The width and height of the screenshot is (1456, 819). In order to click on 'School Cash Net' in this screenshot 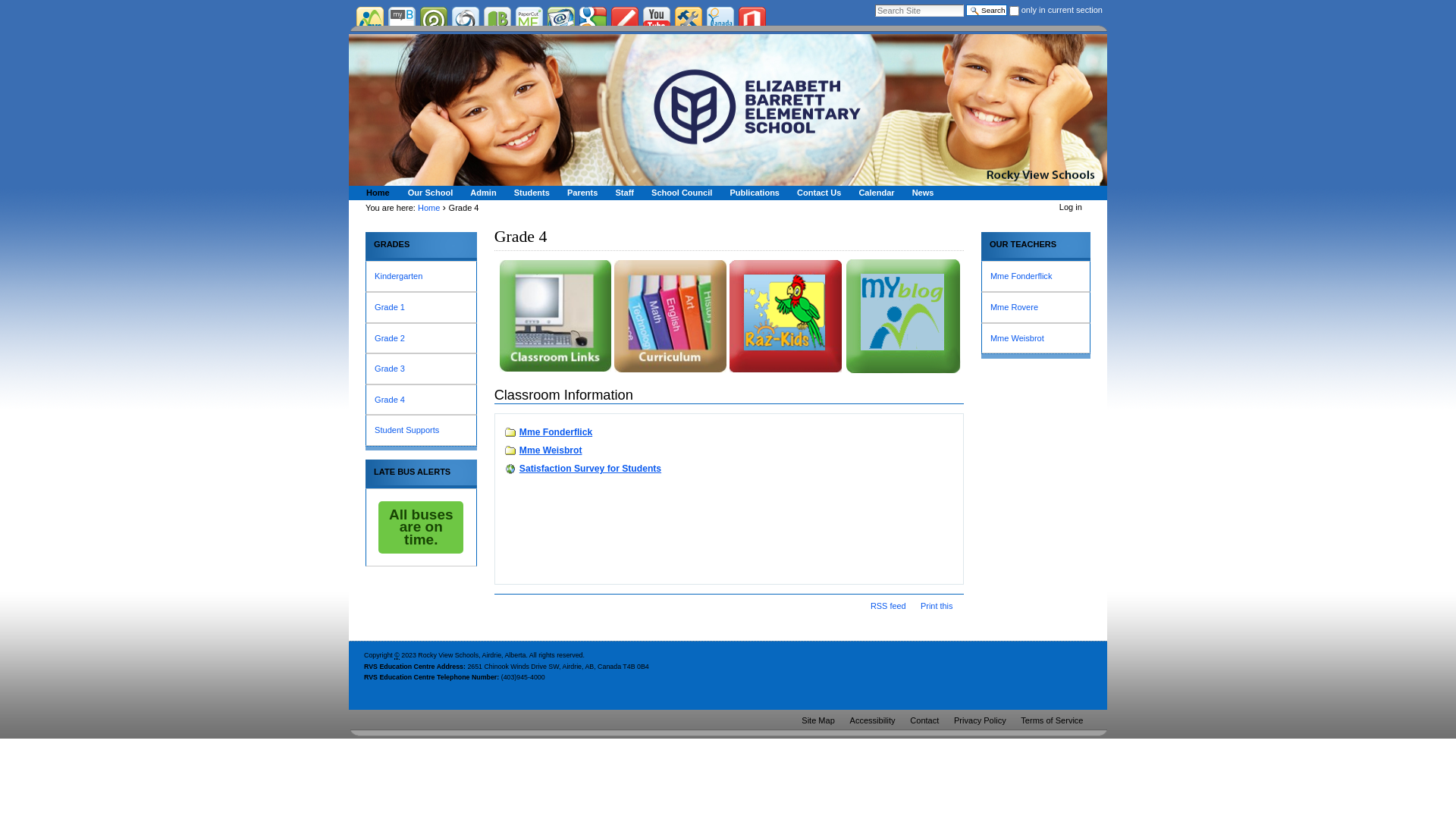, I will do `click(465, 20)`.